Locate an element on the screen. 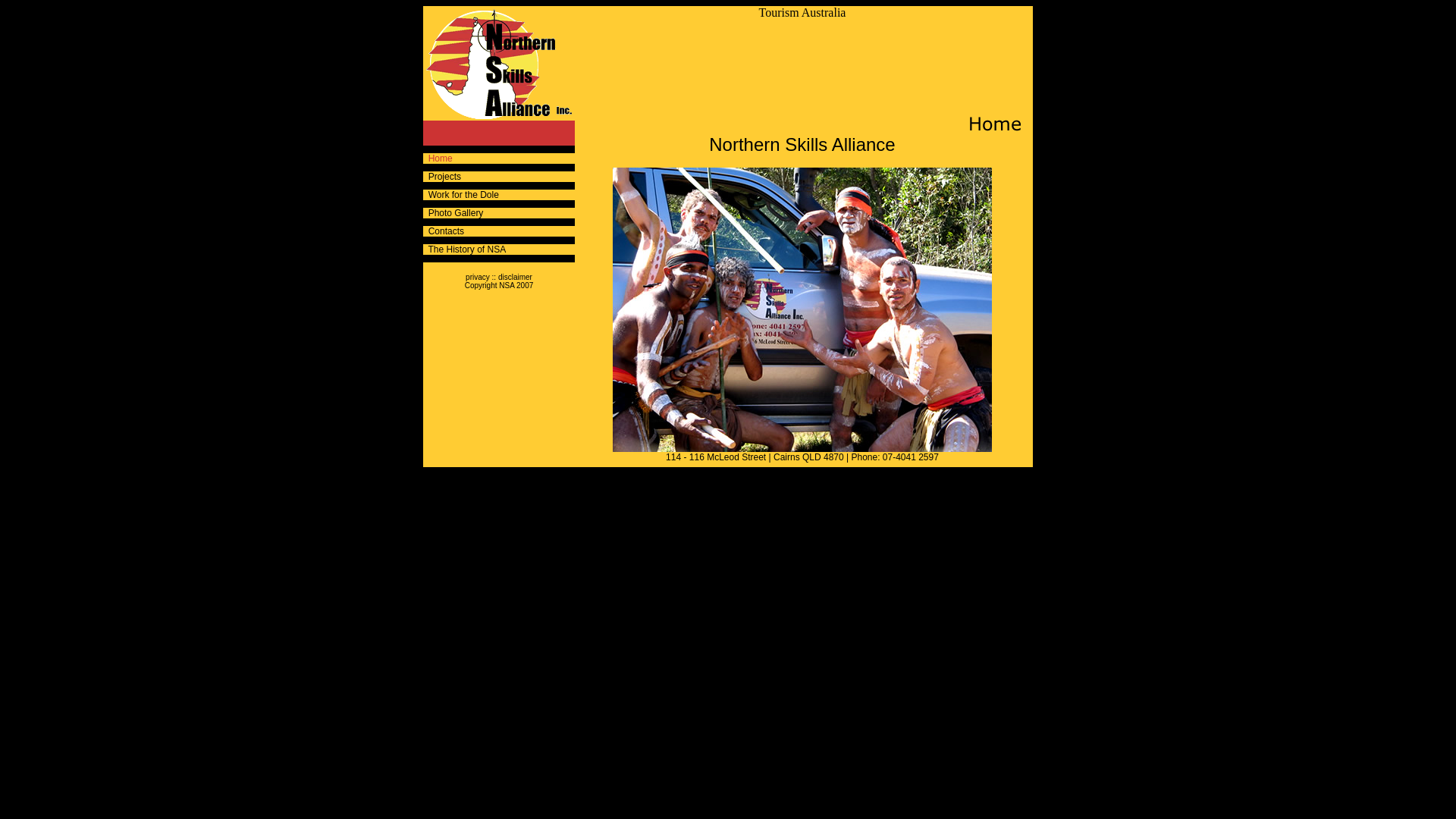 This screenshot has height=819, width=1456. '  Photo Gallery' is located at coordinates (422, 213).